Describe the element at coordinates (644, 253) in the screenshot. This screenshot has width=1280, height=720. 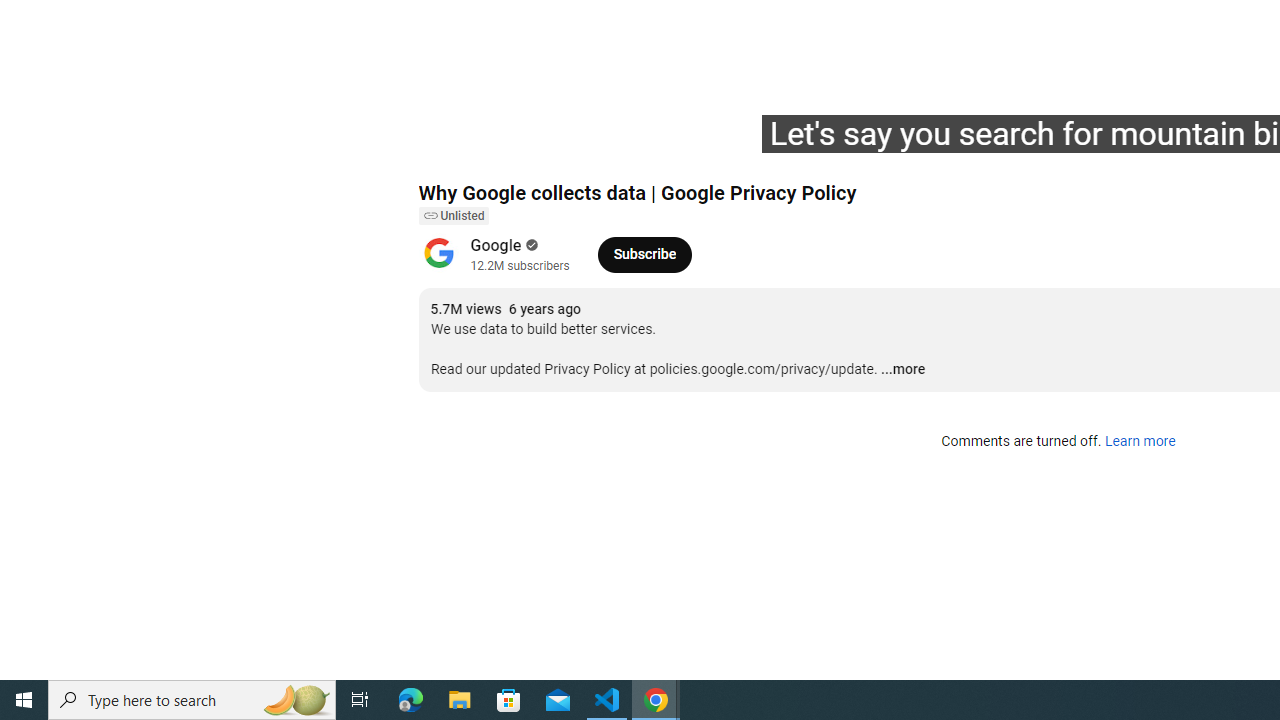
I see `'Subscribe to Google.'` at that location.